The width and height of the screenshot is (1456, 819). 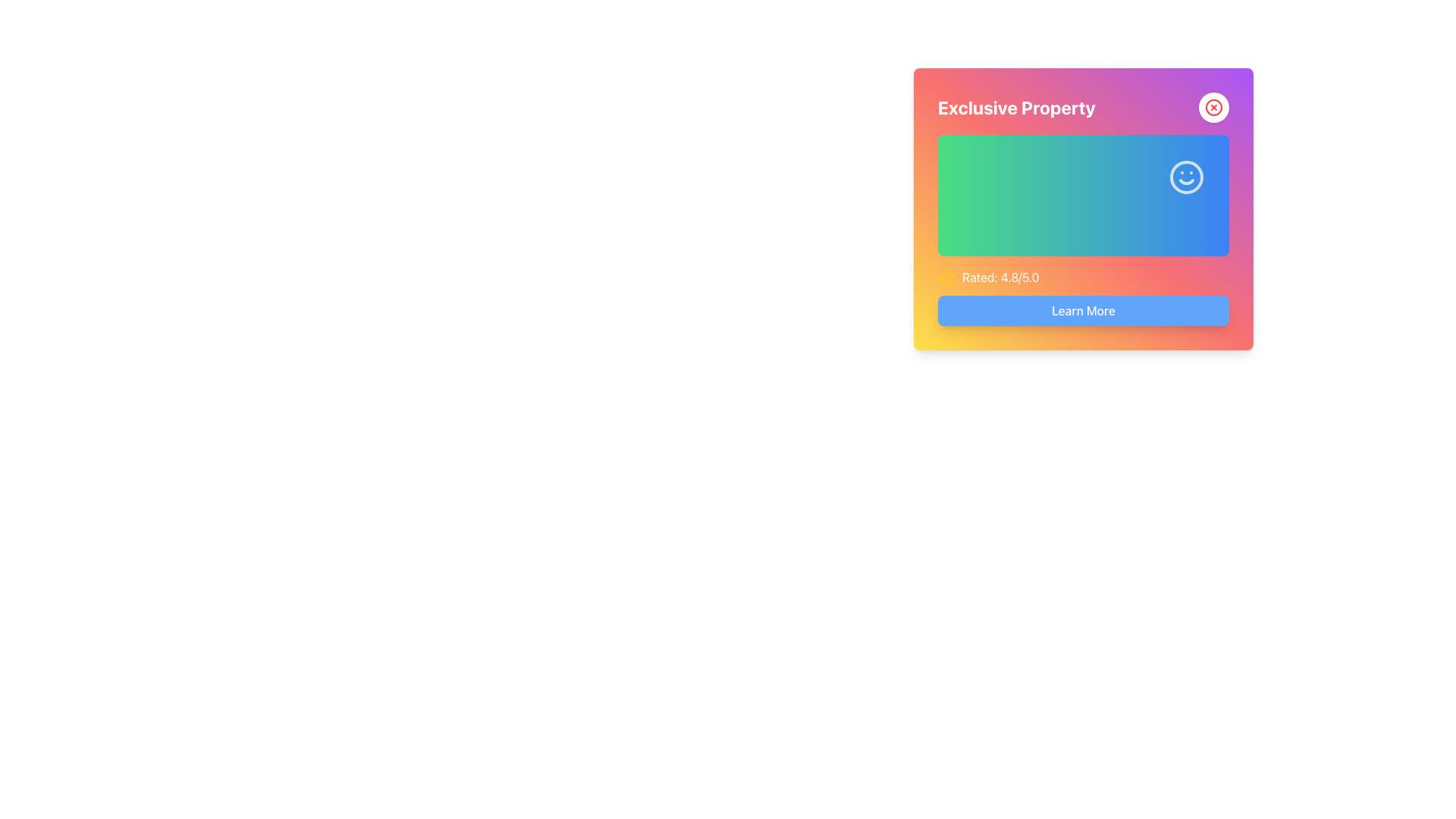 What do you see at coordinates (946, 278) in the screenshot?
I see `the yellow star icon located to the left of the text 'Rated: 4.8/5.0' in the rating banner` at bounding box center [946, 278].